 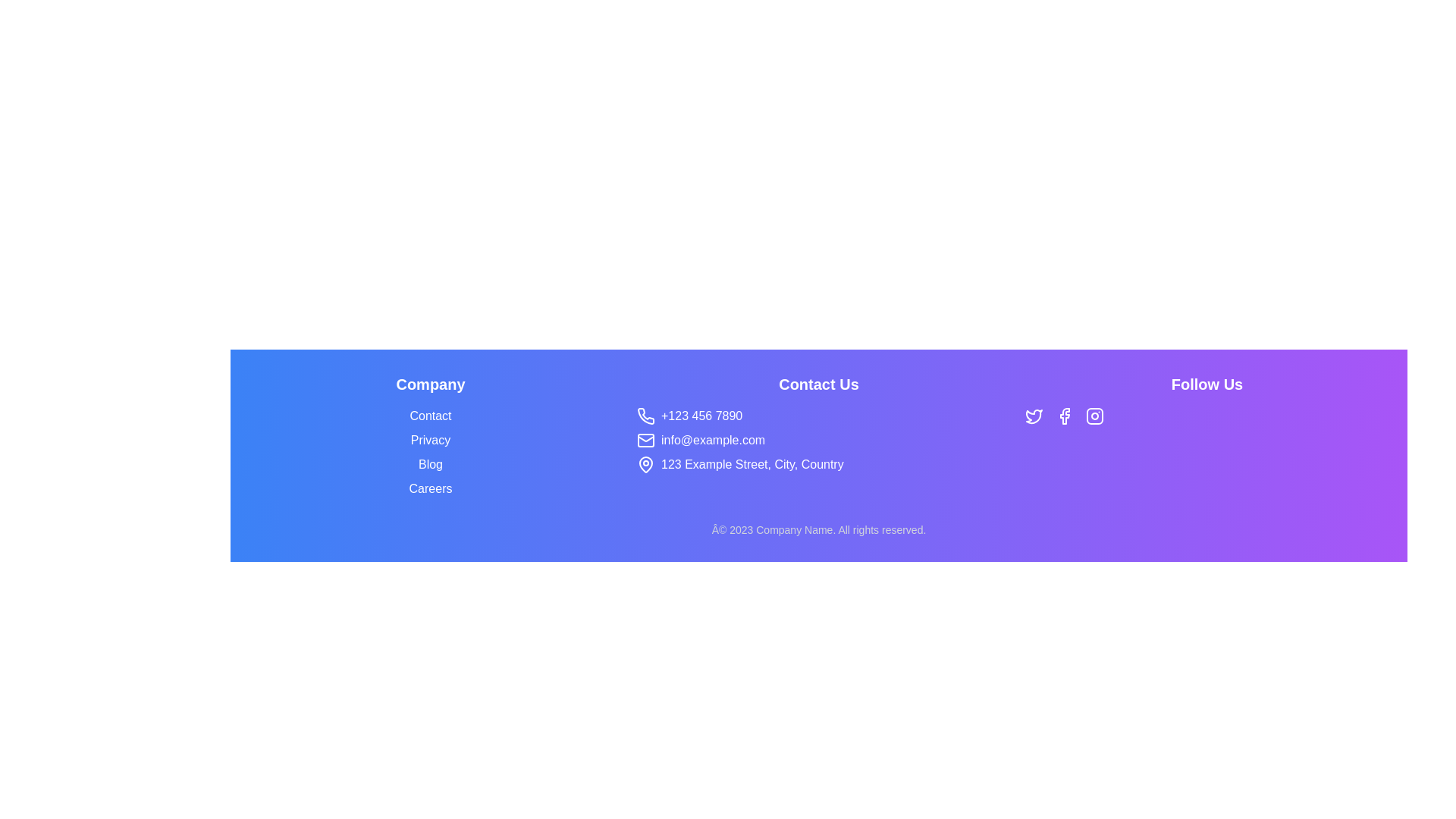 I want to click on the Static Text element displaying the phone number located in the 'Contact Us' section of the footer, positioned to the right of the phone icon, so click(x=701, y=416).